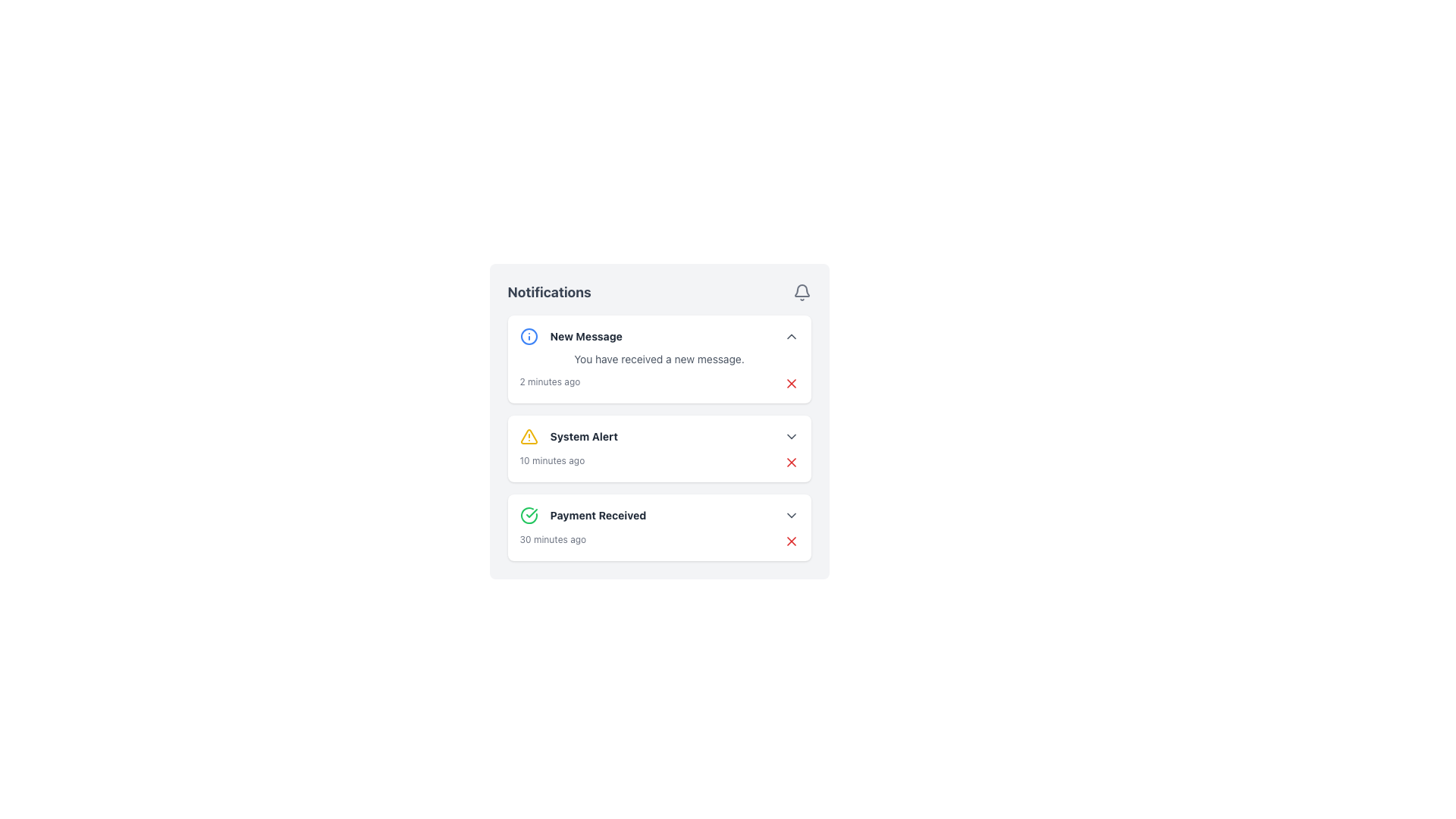 The image size is (1456, 819). What do you see at coordinates (529, 514) in the screenshot?
I see `the decorative icon indicating successful payment completion within the 'Payment Received' notification card, positioned at the top-left corner of the card` at bounding box center [529, 514].